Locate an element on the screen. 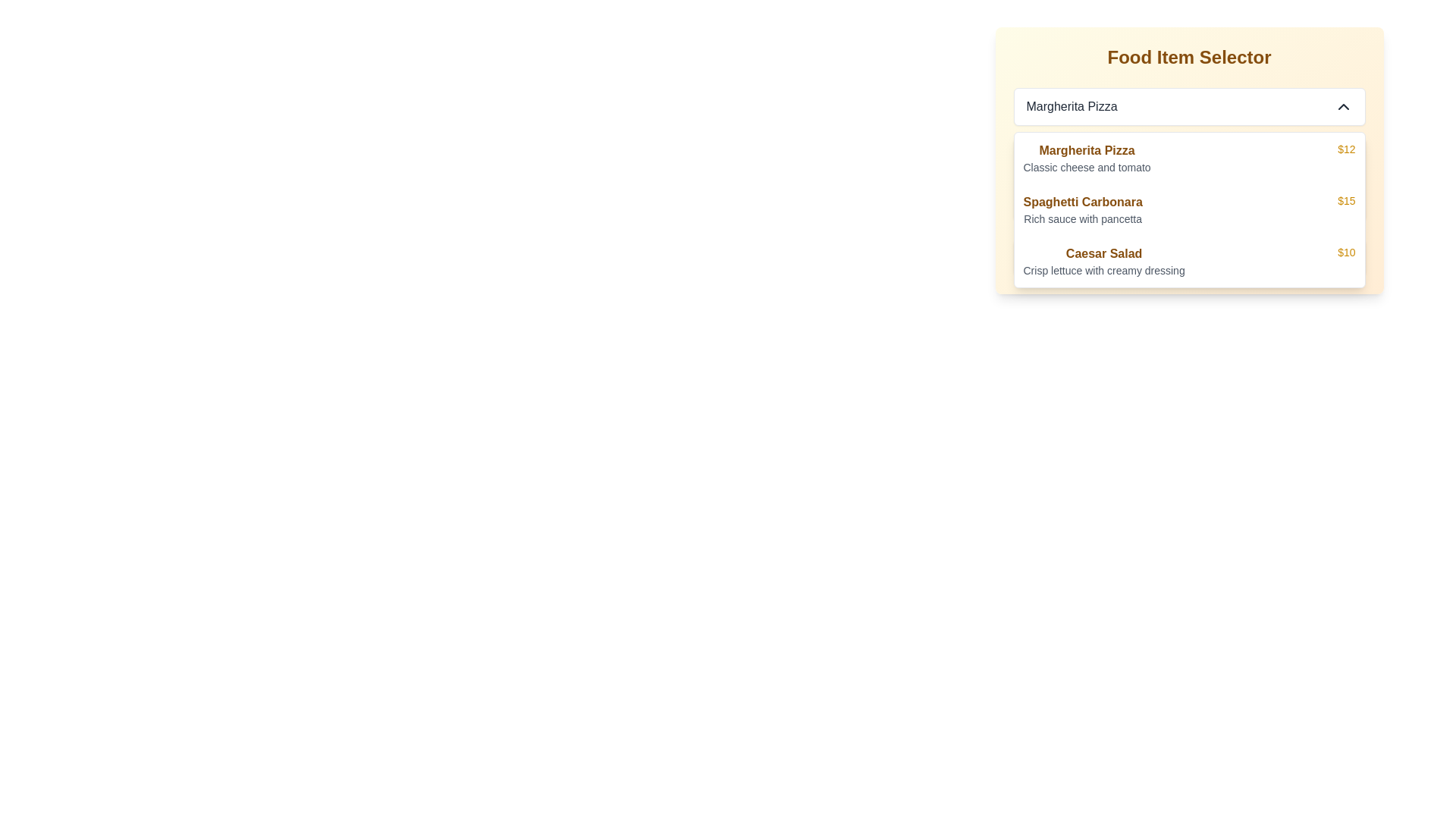 Image resolution: width=1456 pixels, height=819 pixels. the Text Display element featuring the title 'Margherita Pizza' and the description 'Classic cheese and tomato', which is the first entry in the food selection list is located at coordinates (1086, 158).